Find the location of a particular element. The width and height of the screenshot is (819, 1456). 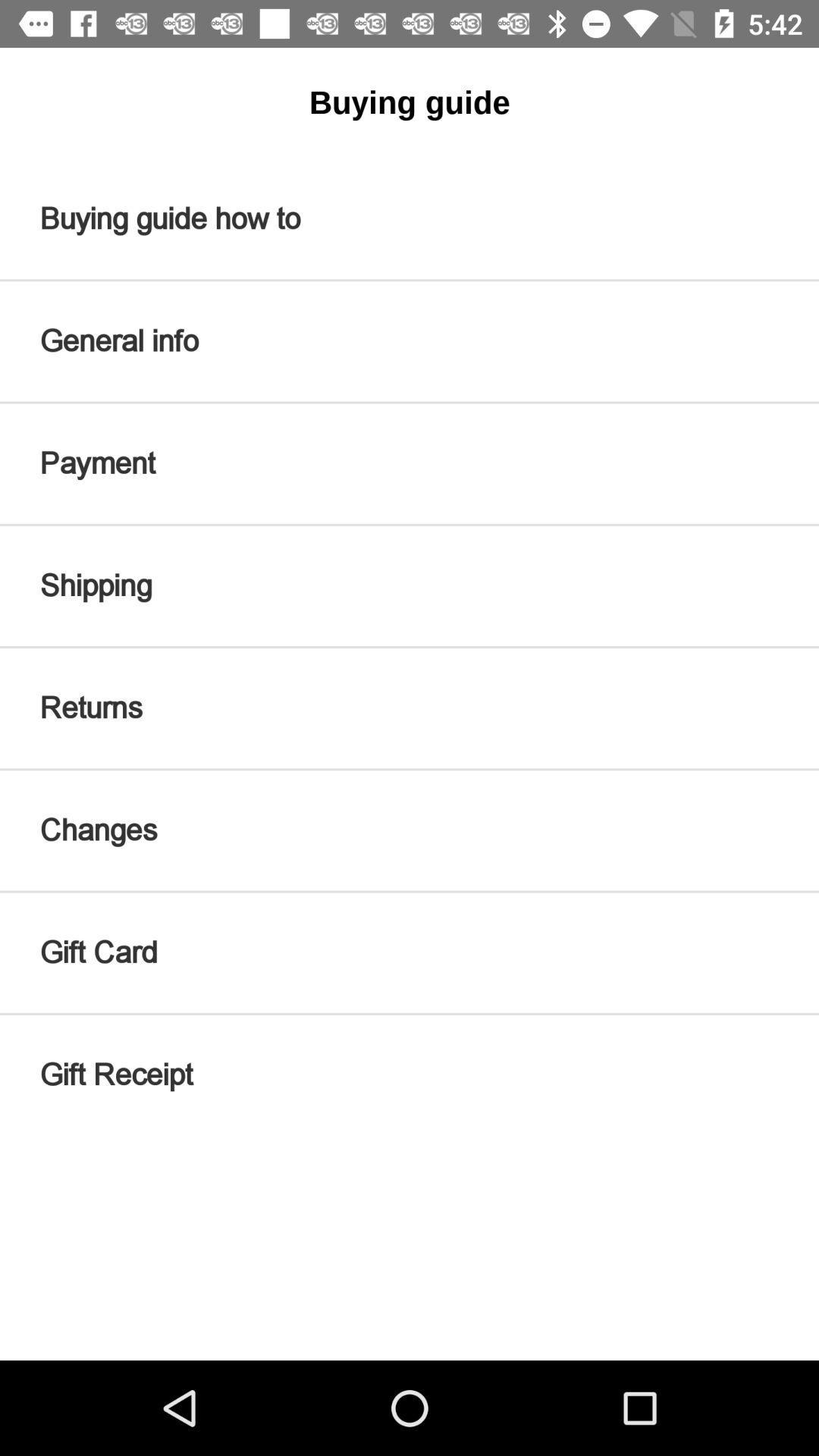

the gift card is located at coordinates (409, 952).